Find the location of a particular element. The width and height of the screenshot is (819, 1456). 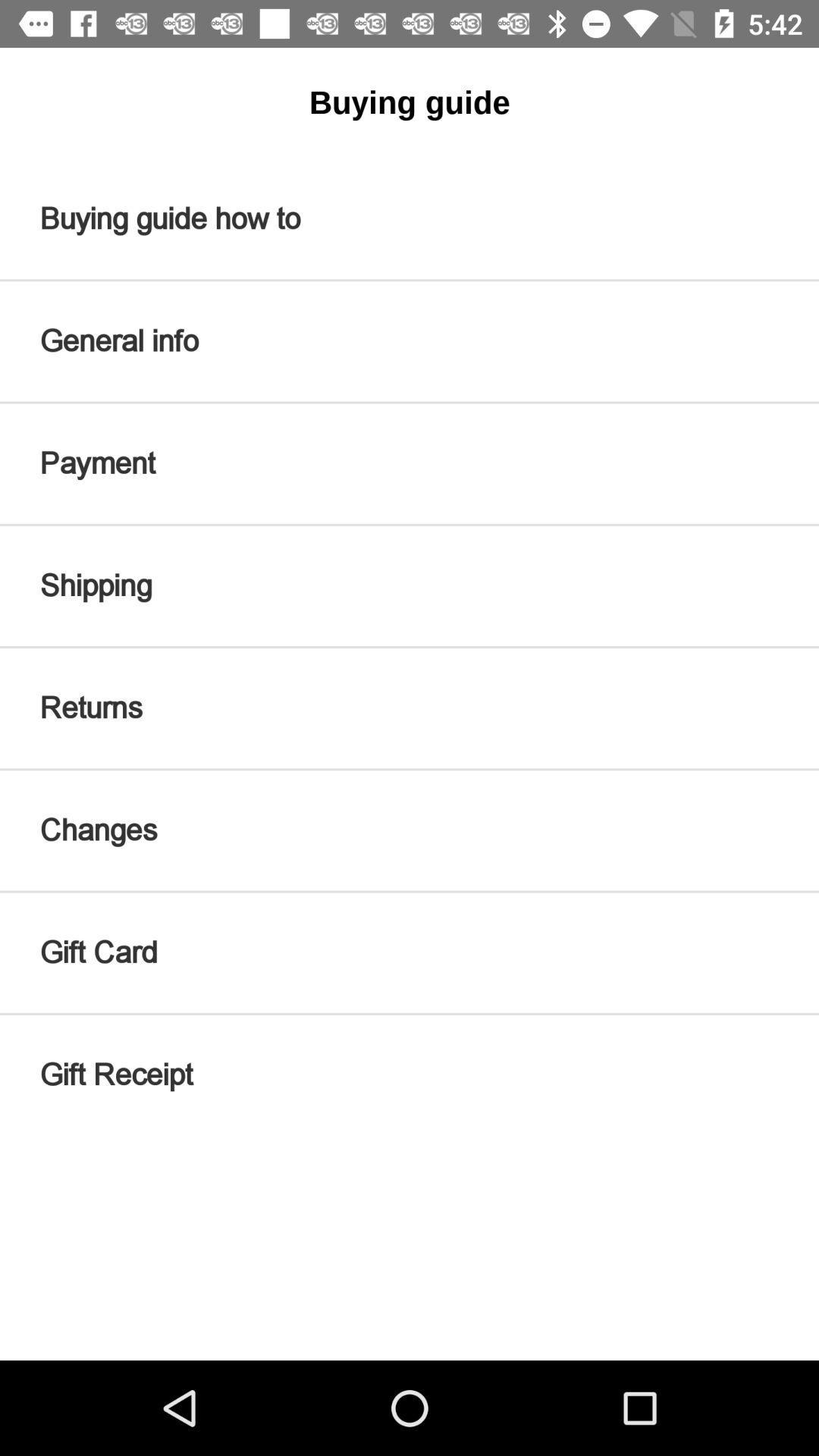

the gift card is located at coordinates (409, 952).